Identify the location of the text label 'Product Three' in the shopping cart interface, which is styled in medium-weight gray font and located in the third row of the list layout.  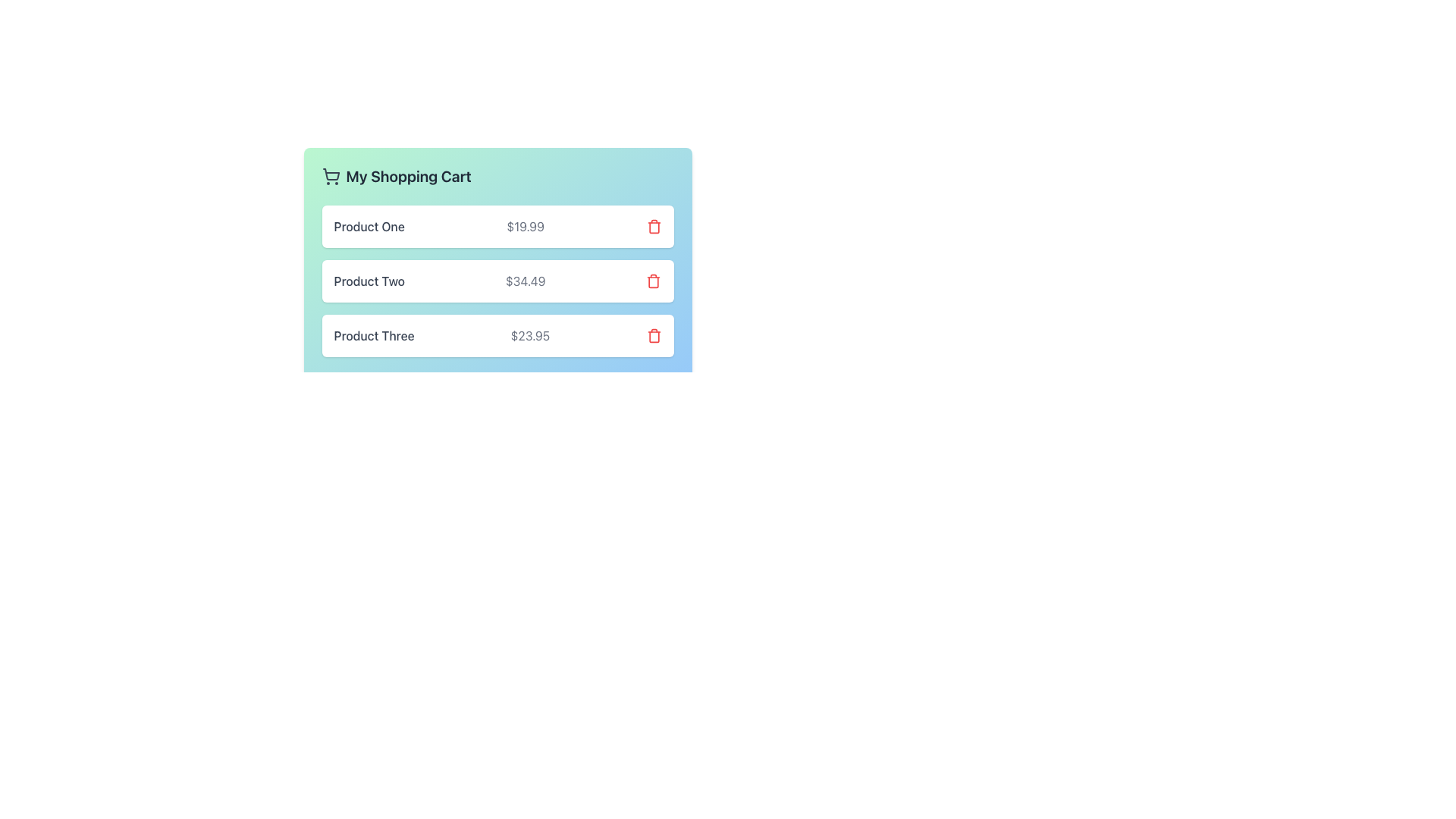
(374, 335).